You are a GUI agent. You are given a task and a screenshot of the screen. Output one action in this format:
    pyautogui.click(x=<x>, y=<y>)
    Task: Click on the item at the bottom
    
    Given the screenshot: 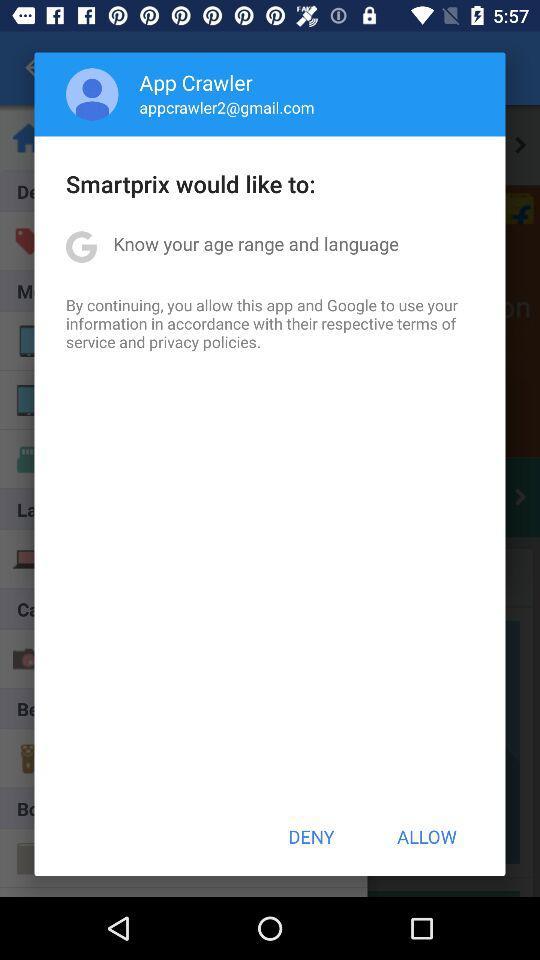 What is the action you would take?
    pyautogui.click(x=311, y=836)
    